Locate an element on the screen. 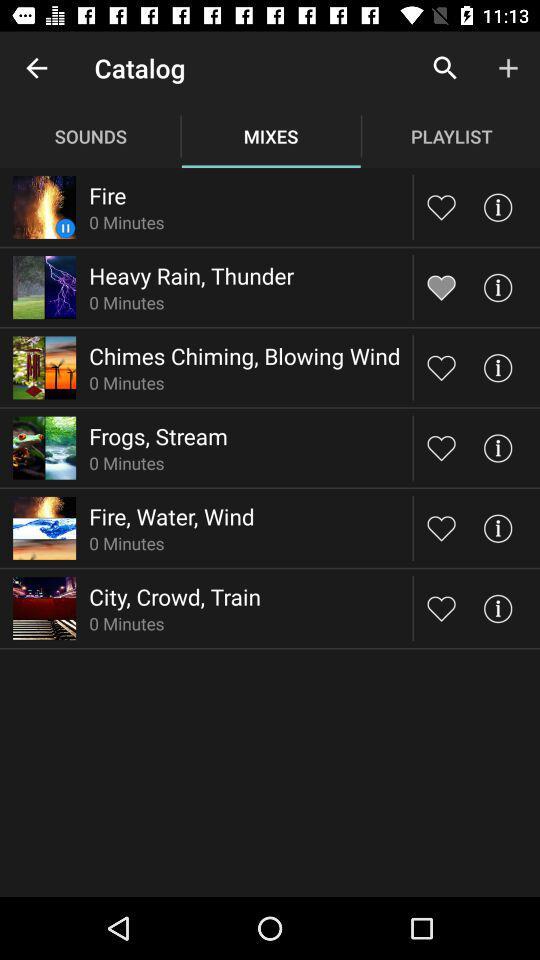 The width and height of the screenshot is (540, 960). the article is located at coordinates (441, 527).